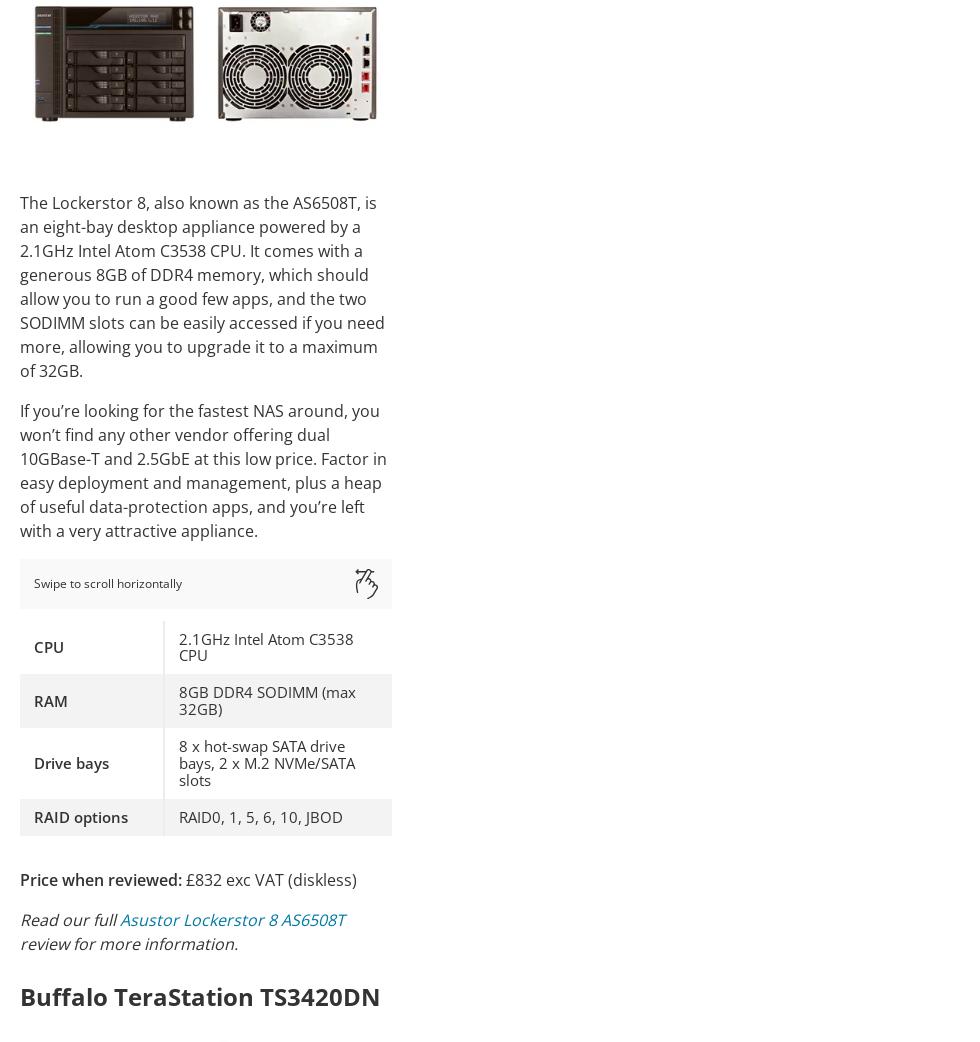 The height and width of the screenshot is (1042, 980). Describe the element at coordinates (101, 878) in the screenshot. I see `'Price when reviewed:'` at that location.